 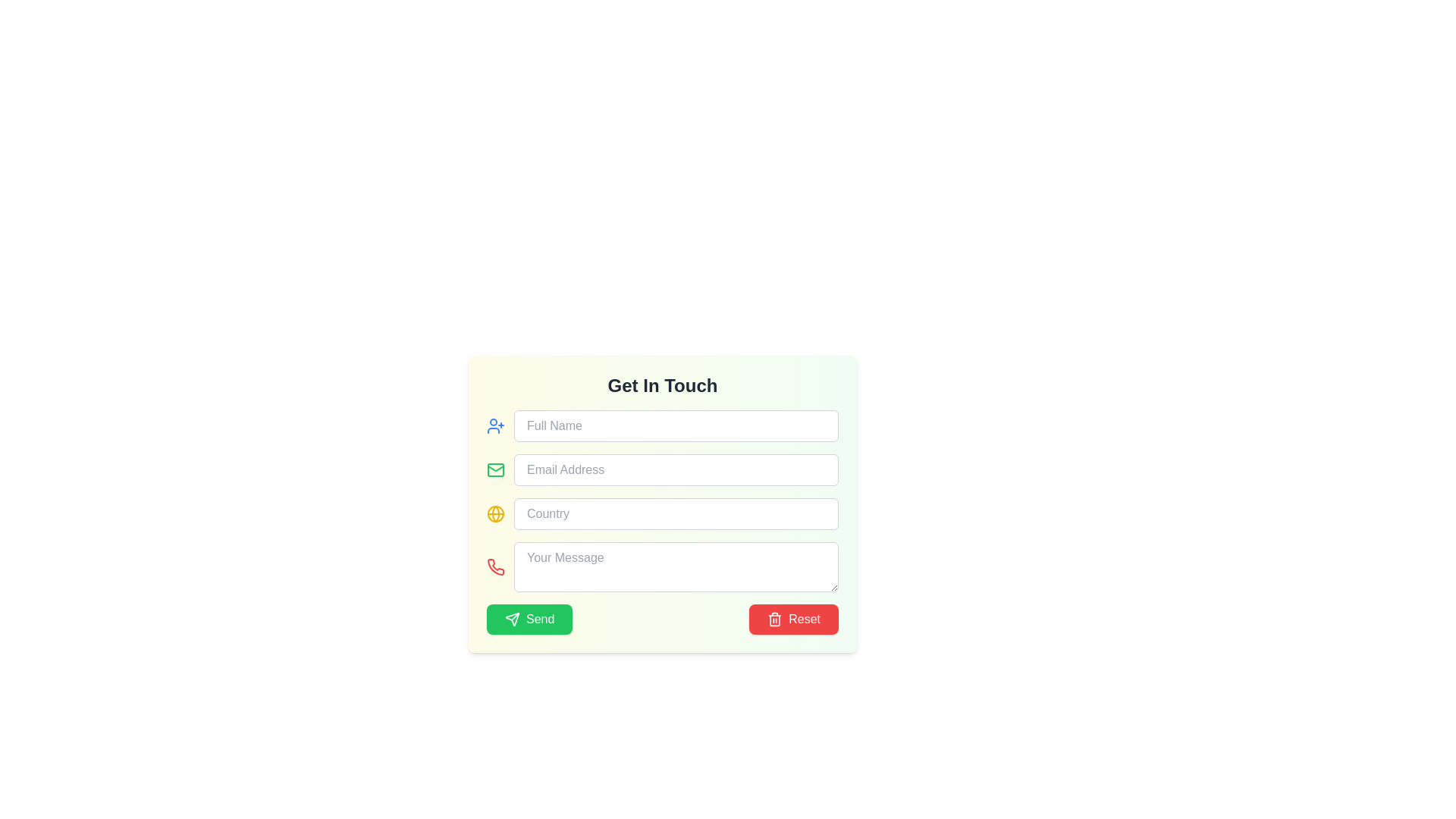 I want to click on the red phone icon, which is the fourth icon in a vertical column on the left side of the interface, to interact with the 'Your Message' text input field, so click(x=495, y=566).